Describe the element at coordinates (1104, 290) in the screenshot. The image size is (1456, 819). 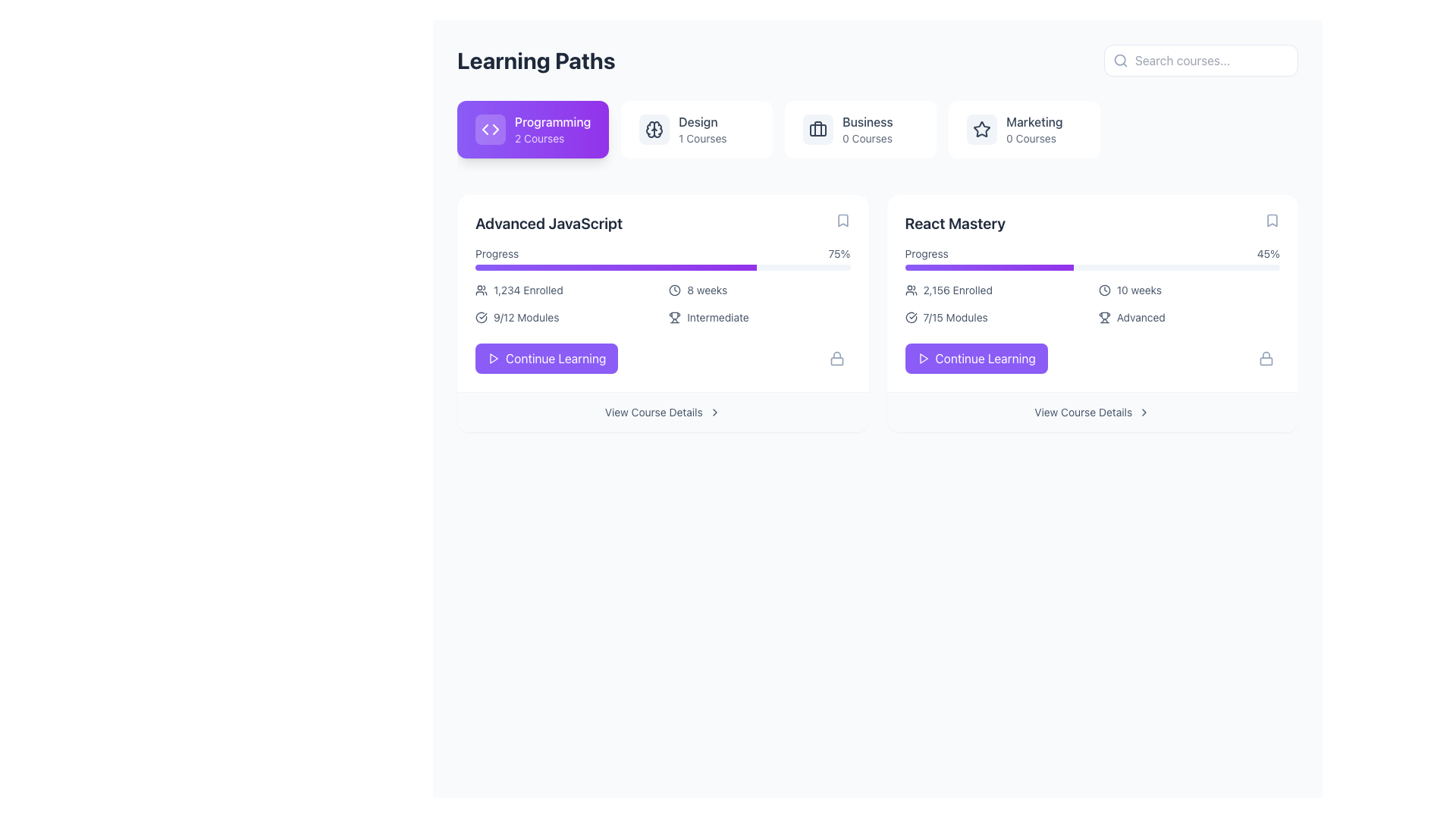
I see `the outer circle of the clock icon located within the React Mastery card under the '10 weeks' section` at that location.